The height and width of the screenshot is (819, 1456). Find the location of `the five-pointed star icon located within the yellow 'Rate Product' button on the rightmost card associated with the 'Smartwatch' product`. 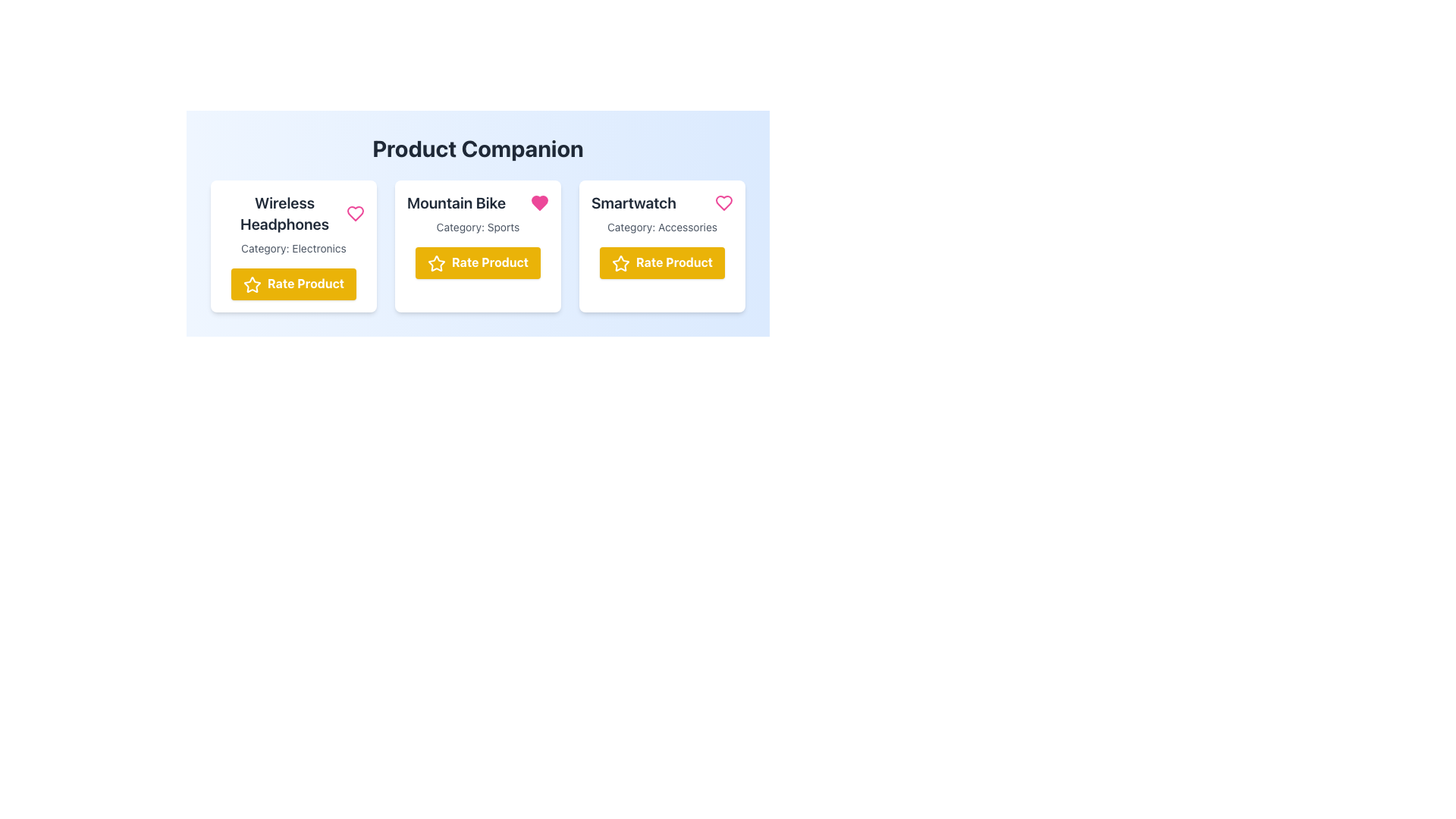

the five-pointed star icon located within the yellow 'Rate Product' button on the rightmost card associated with the 'Smartwatch' product is located at coordinates (620, 262).